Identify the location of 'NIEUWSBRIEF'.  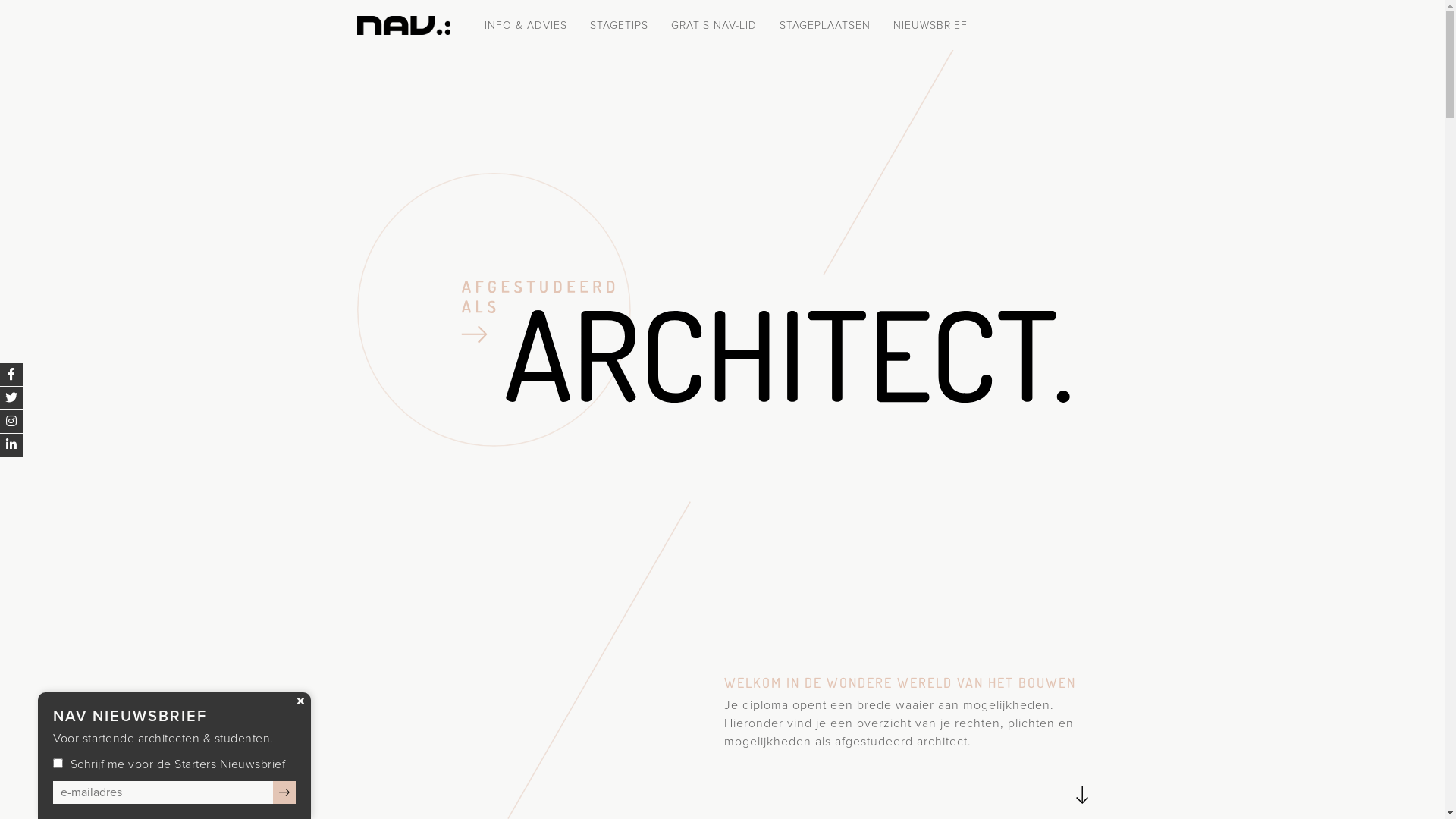
(930, 25).